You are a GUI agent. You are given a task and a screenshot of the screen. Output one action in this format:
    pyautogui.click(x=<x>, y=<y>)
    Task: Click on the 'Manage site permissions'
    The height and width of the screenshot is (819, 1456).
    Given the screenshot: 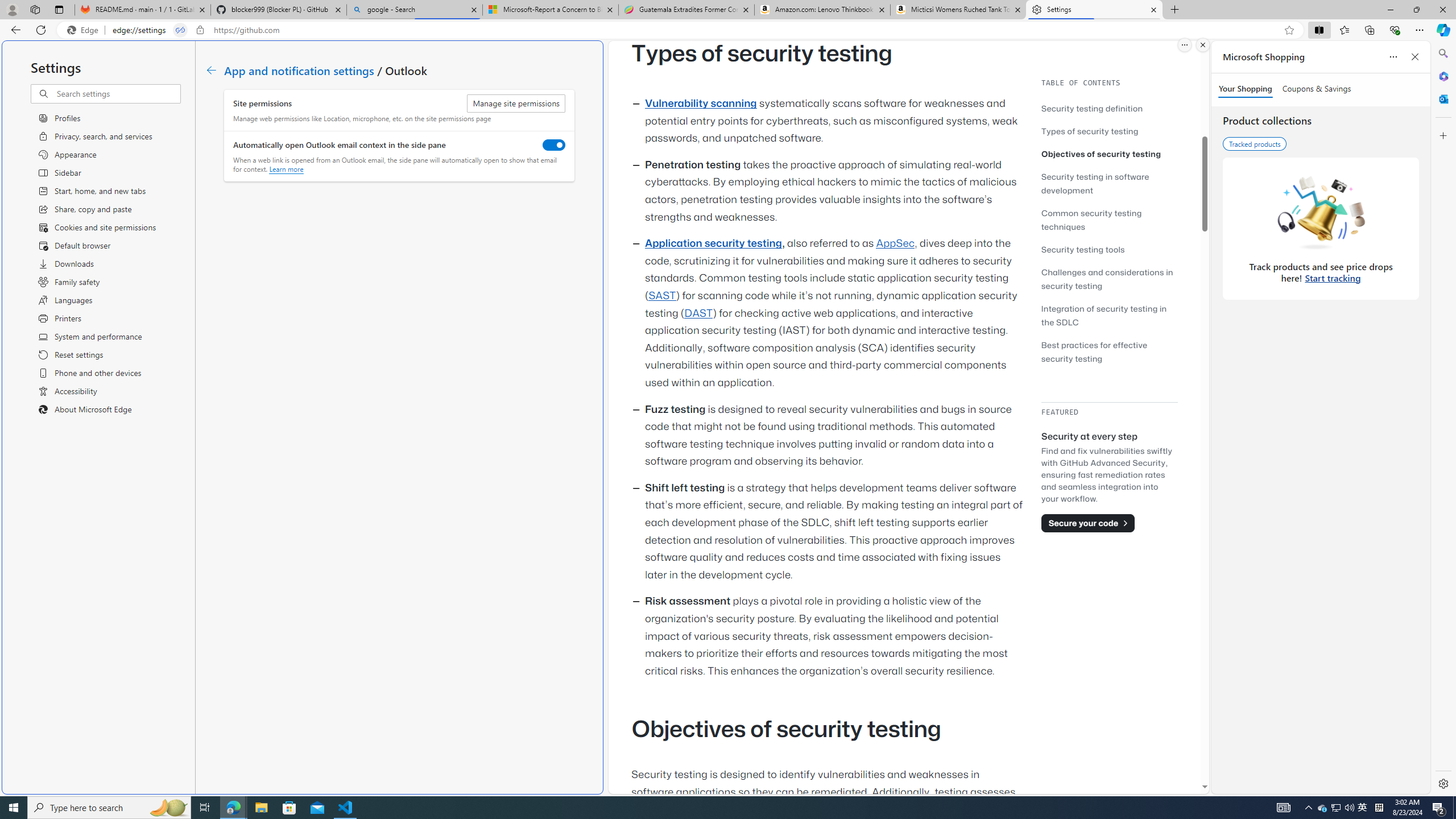 What is the action you would take?
    pyautogui.click(x=515, y=103)
    